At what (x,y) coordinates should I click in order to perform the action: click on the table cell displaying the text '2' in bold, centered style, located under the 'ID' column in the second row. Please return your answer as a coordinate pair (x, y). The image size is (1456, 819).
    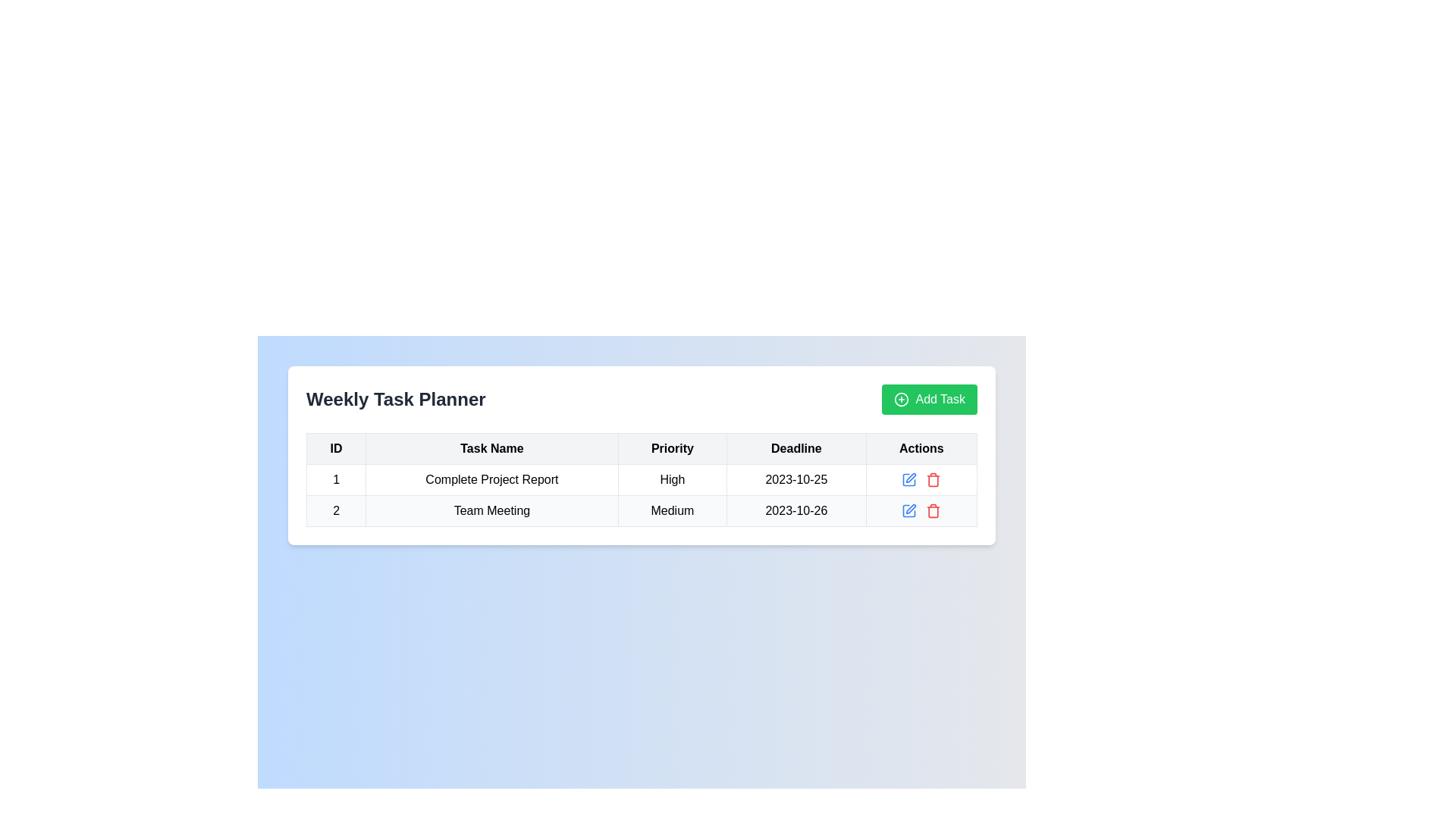
    Looking at the image, I should click on (335, 511).